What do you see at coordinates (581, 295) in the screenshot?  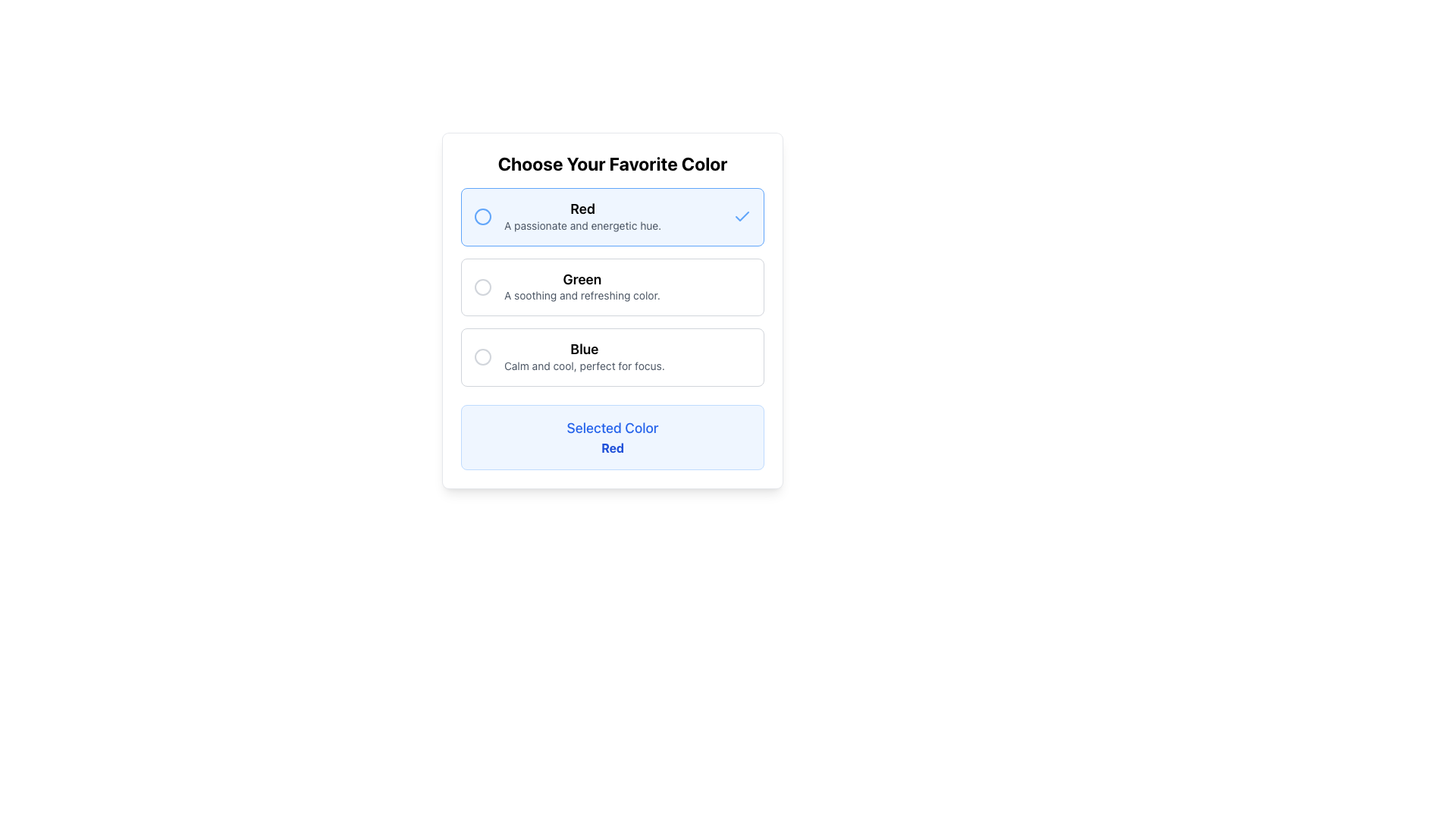 I see `the static text element displaying 'A soothing and refreshing color.' which is located below the heading 'Green' in the list box` at bounding box center [581, 295].